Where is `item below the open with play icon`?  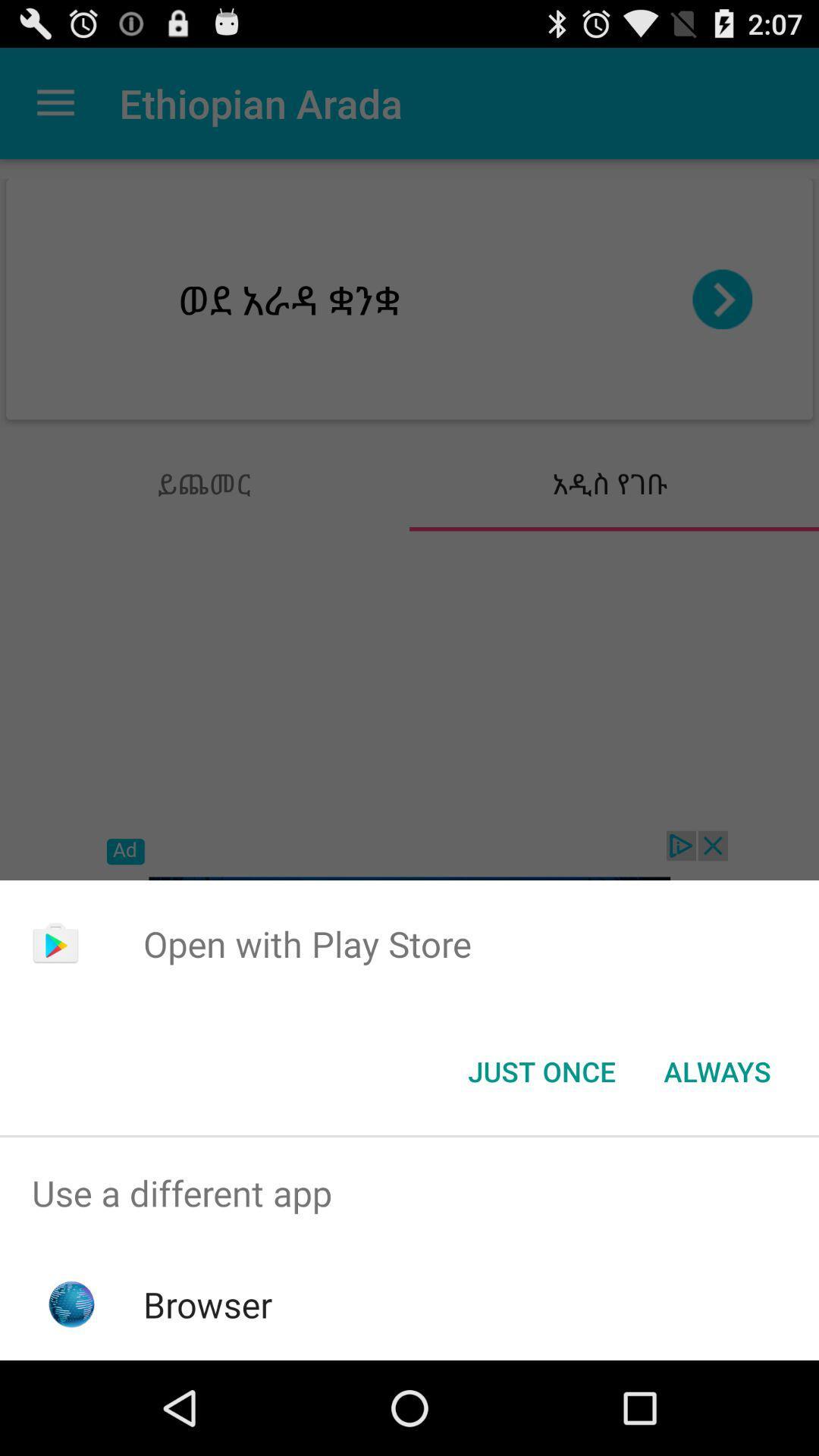
item below the open with play icon is located at coordinates (717, 1070).